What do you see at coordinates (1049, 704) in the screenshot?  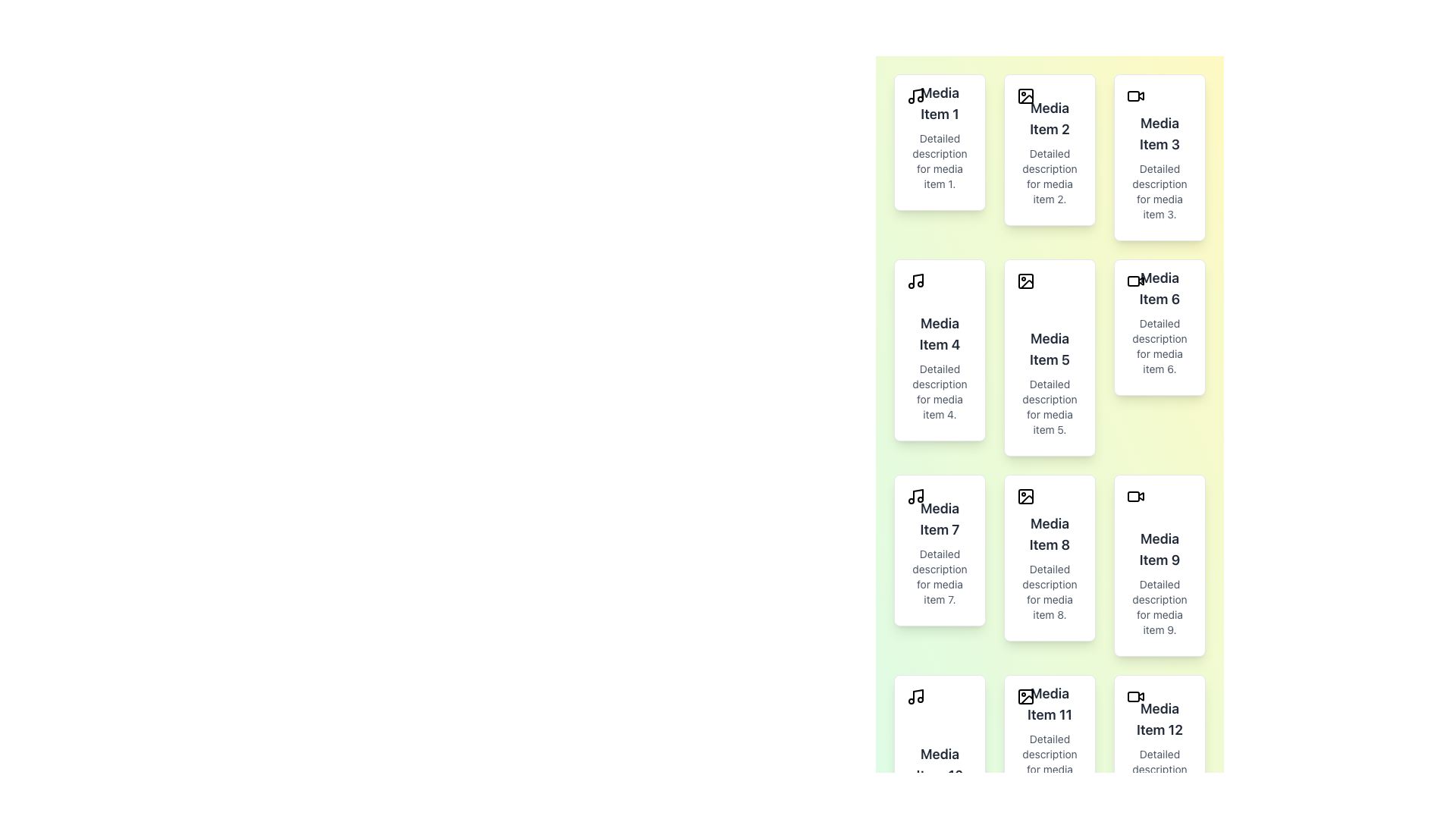 I see `the text label displaying 'Media Item 11'` at bounding box center [1049, 704].